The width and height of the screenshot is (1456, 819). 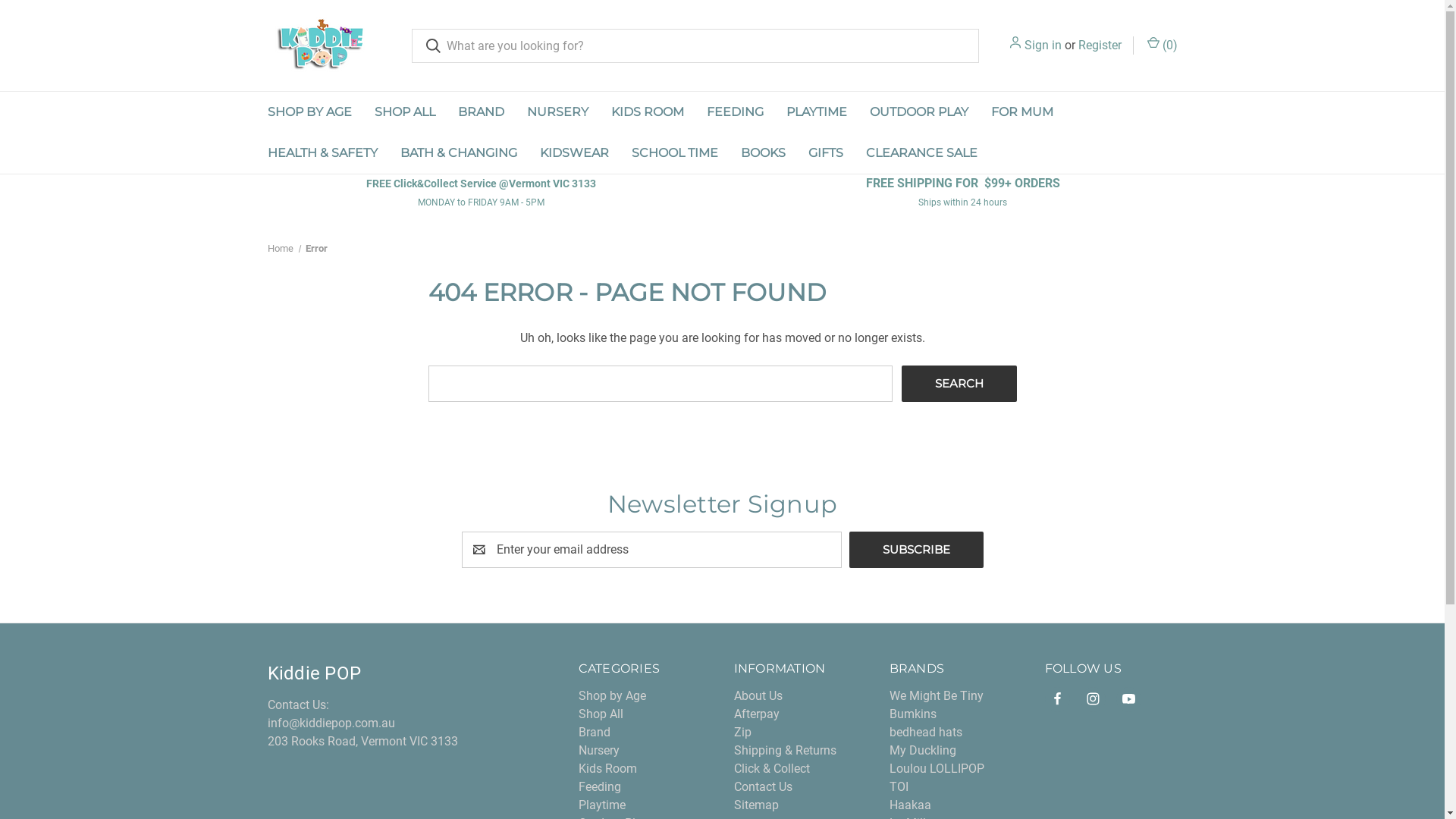 I want to click on 'Playtime', so click(x=601, y=804).